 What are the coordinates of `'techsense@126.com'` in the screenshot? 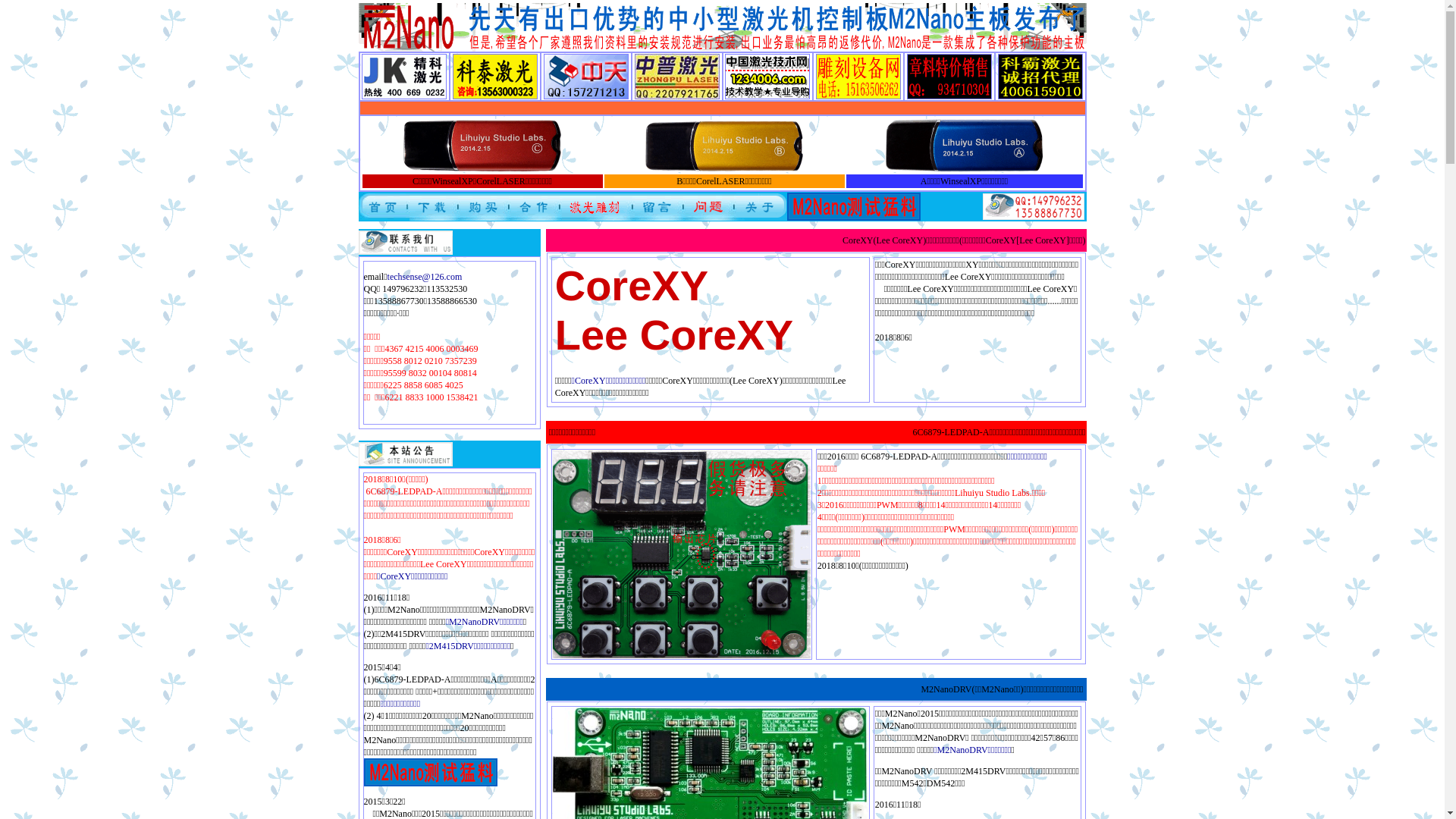 It's located at (387, 277).